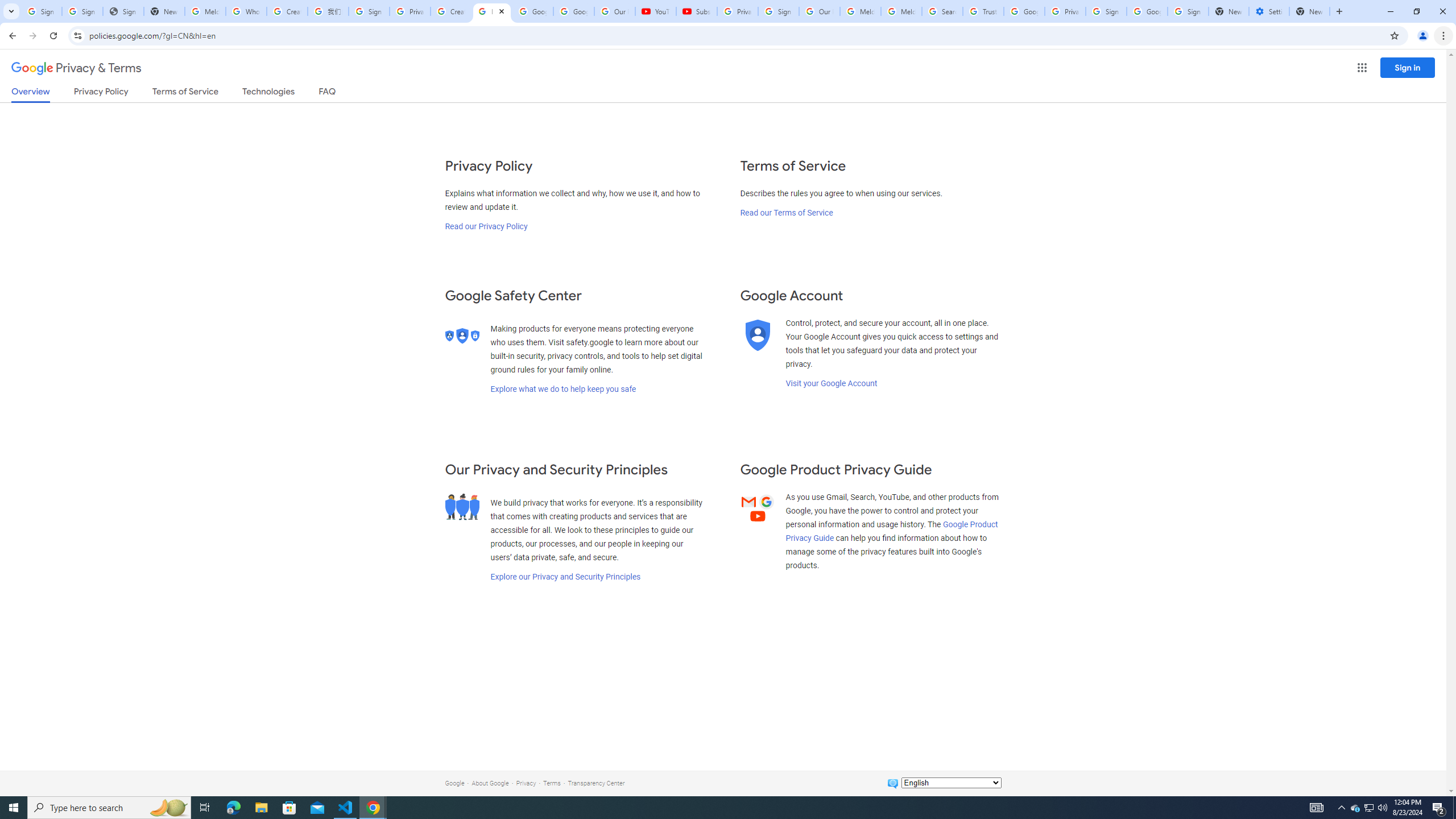 The height and width of the screenshot is (819, 1456). Describe the element at coordinates (785, 212) in the screenshot. I see `'Read our Terms of Service'` at that location.